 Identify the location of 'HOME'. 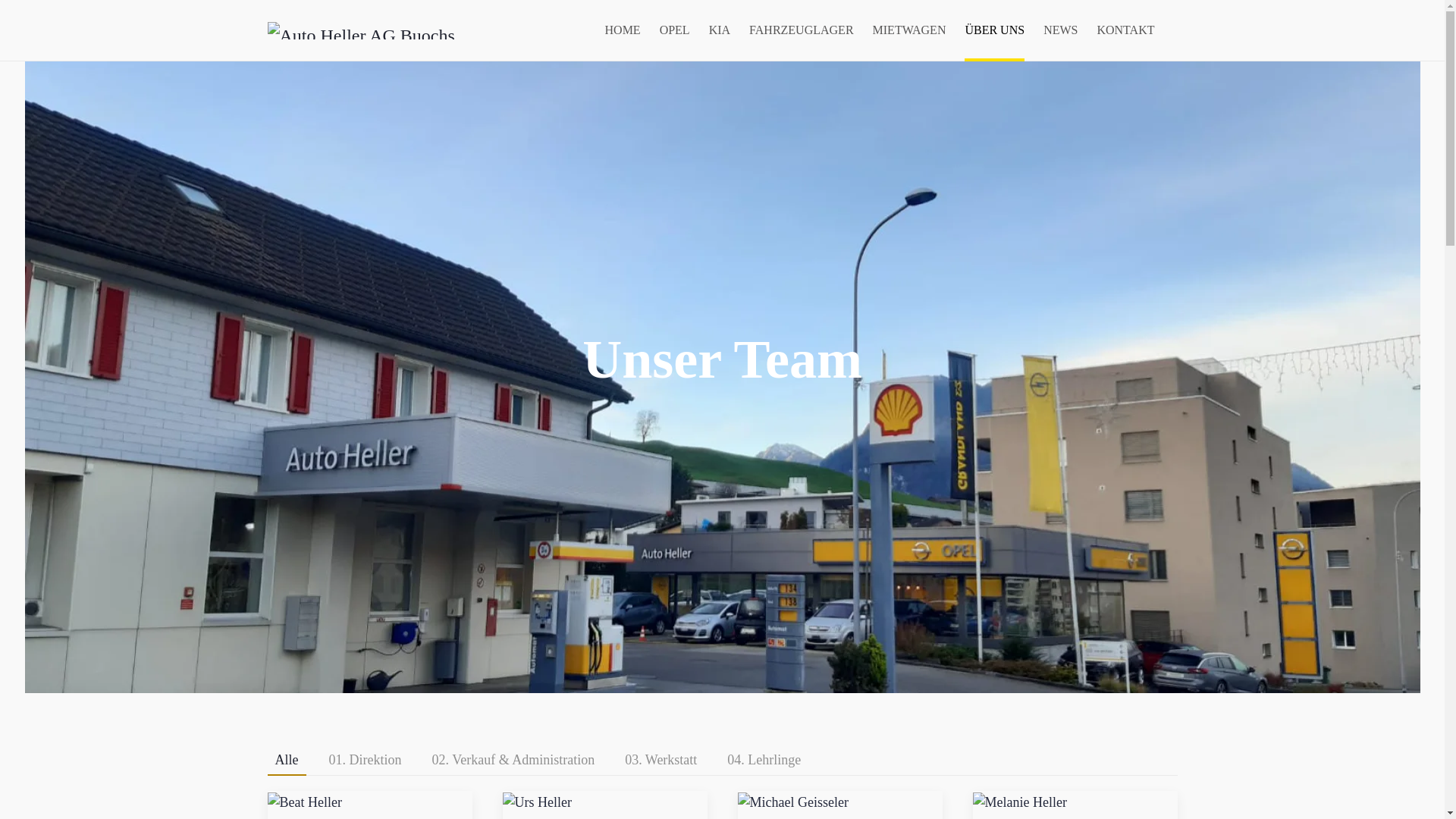
(623, 30).